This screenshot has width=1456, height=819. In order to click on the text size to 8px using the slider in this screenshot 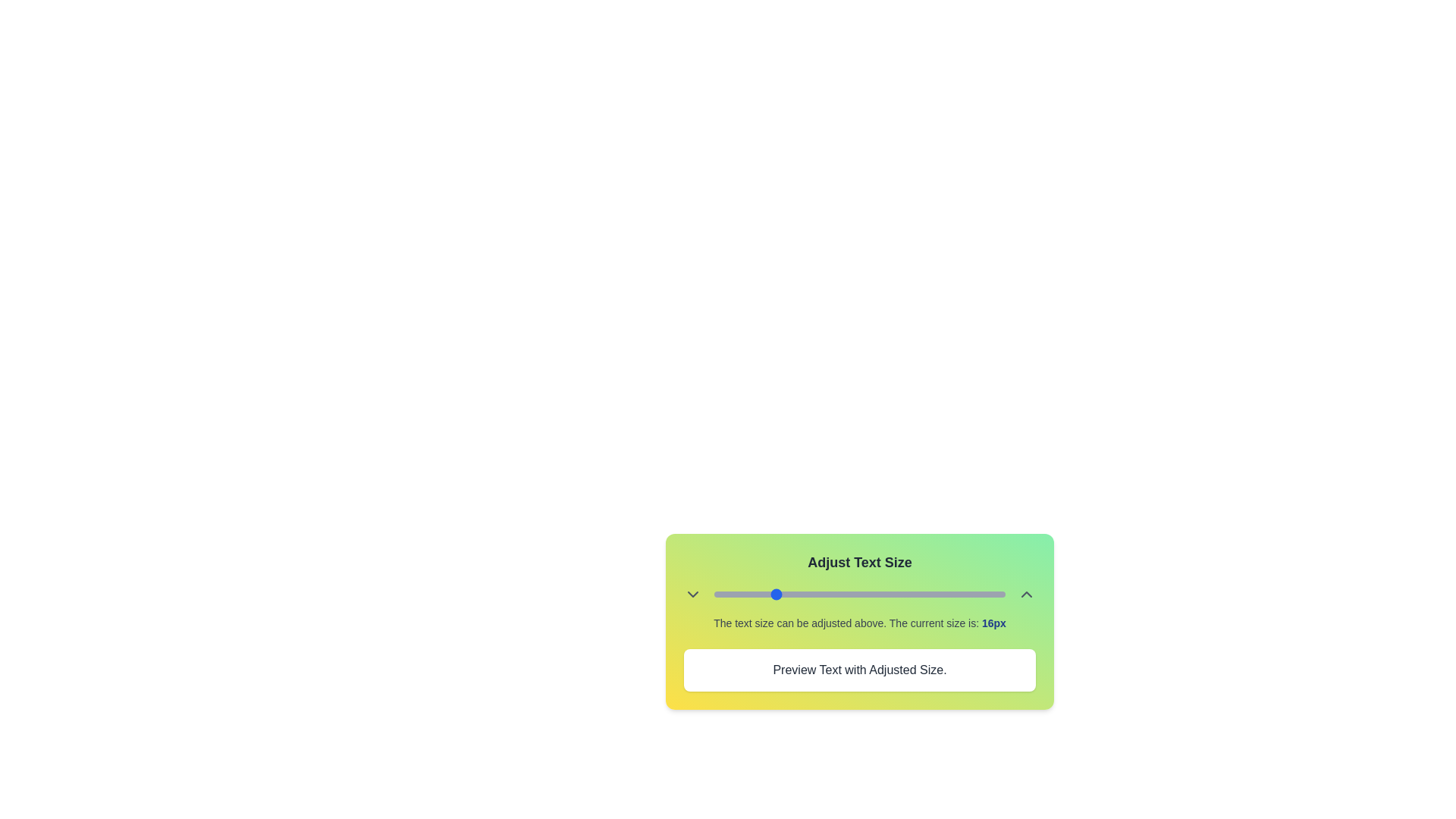, I will do `click(713, 593)`.